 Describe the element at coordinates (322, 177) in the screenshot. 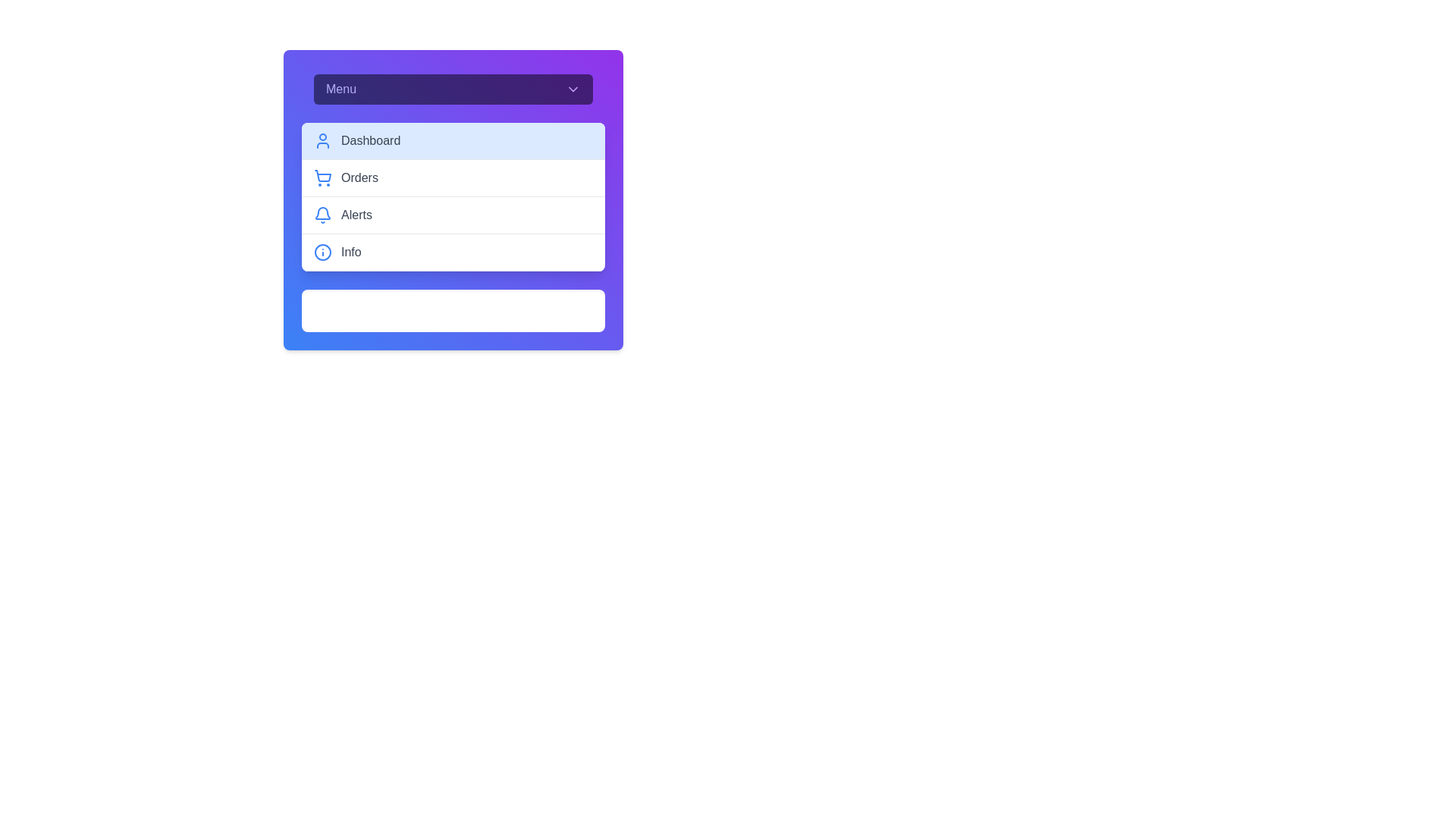

I see `the blue shopping cart icon located at the leftmost part of the 'Orders' row in the vertical menu` at that location.